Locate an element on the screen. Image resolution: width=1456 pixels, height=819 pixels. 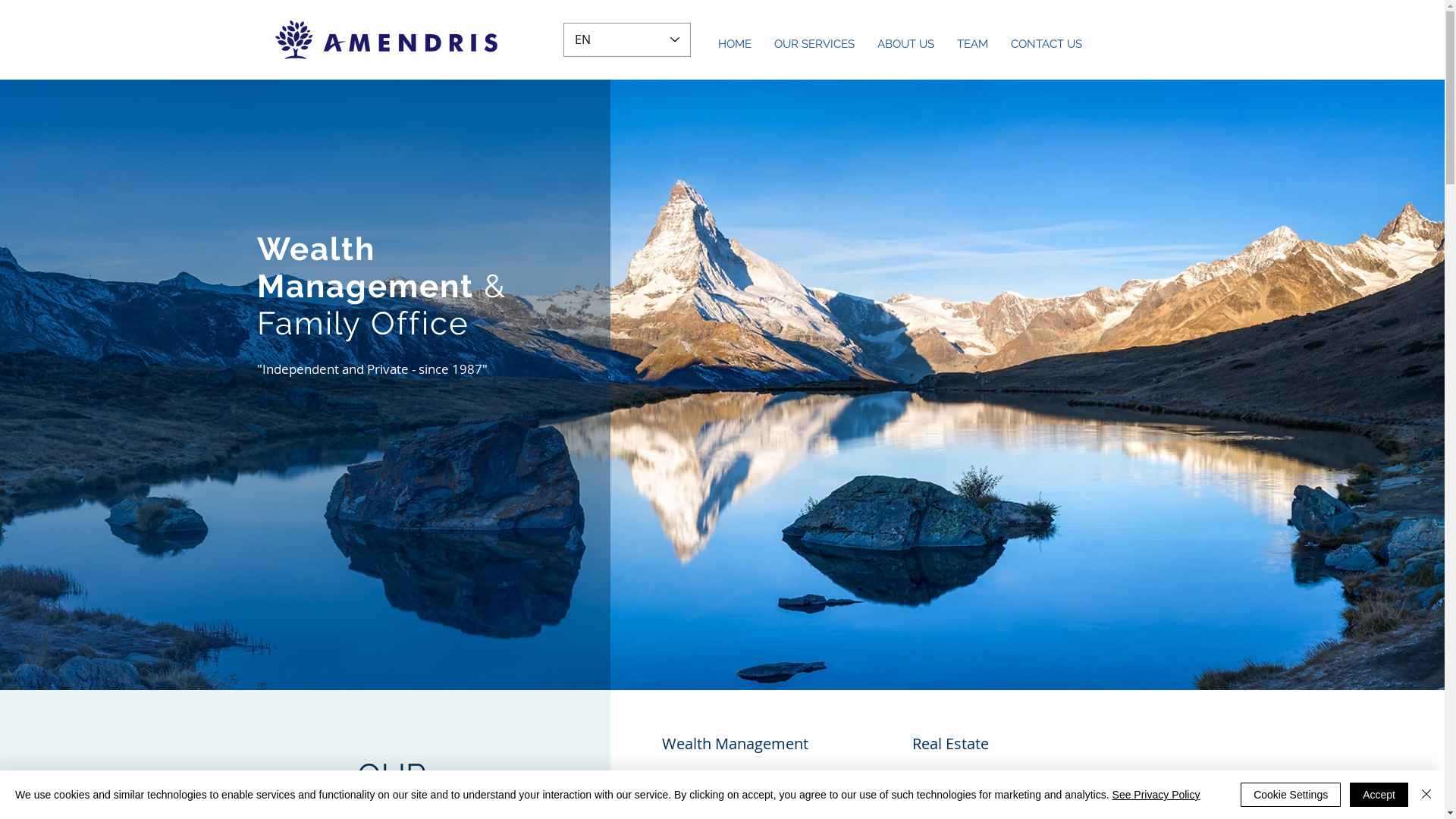
'OUR SERVICES' is located at coordinates (763, 42).